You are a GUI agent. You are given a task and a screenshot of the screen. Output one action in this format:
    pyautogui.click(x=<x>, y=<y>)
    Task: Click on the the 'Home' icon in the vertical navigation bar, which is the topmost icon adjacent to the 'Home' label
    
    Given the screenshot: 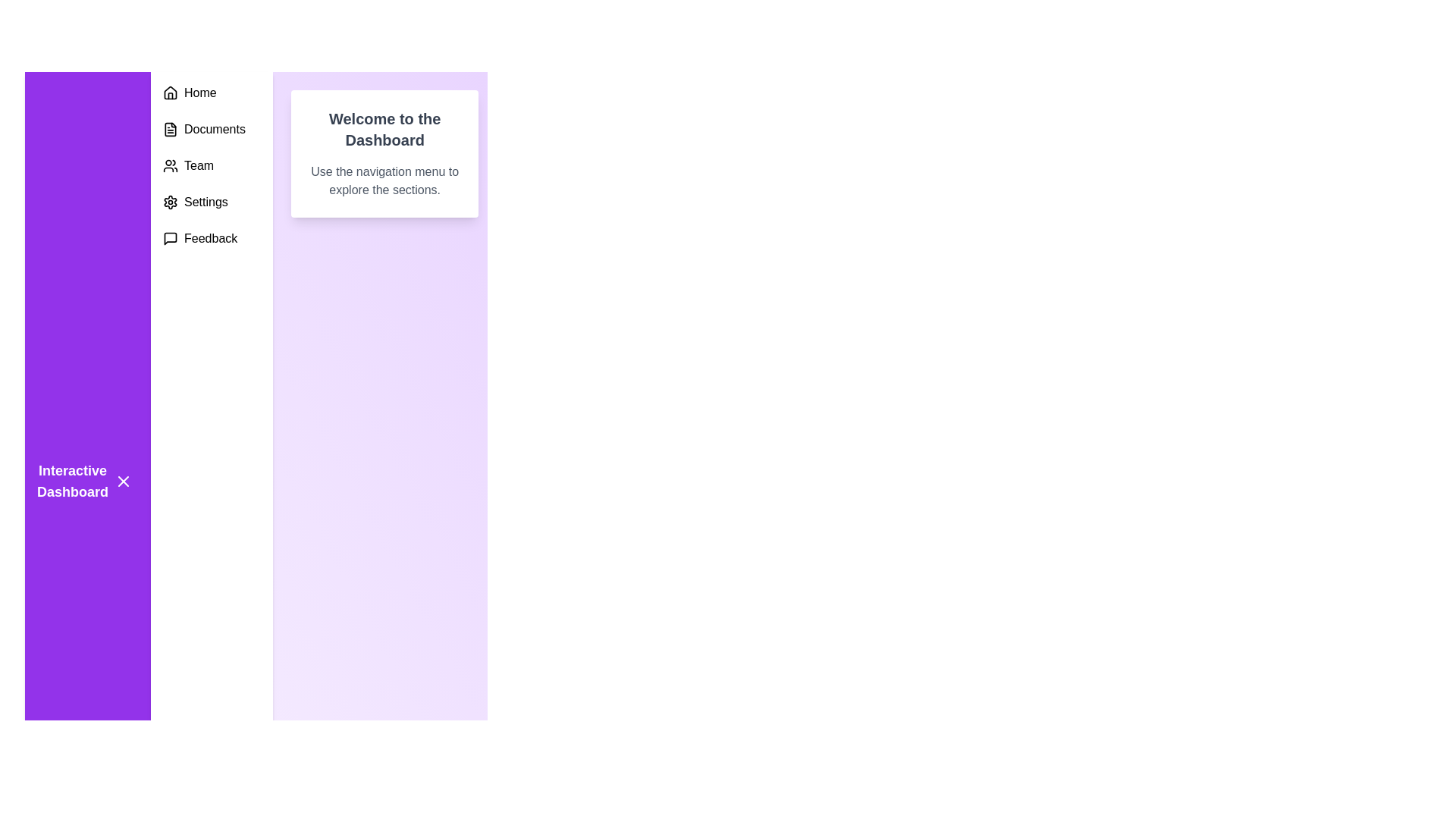 What is the action you would take?
    pyautogui.click(x=171, y=93)
    